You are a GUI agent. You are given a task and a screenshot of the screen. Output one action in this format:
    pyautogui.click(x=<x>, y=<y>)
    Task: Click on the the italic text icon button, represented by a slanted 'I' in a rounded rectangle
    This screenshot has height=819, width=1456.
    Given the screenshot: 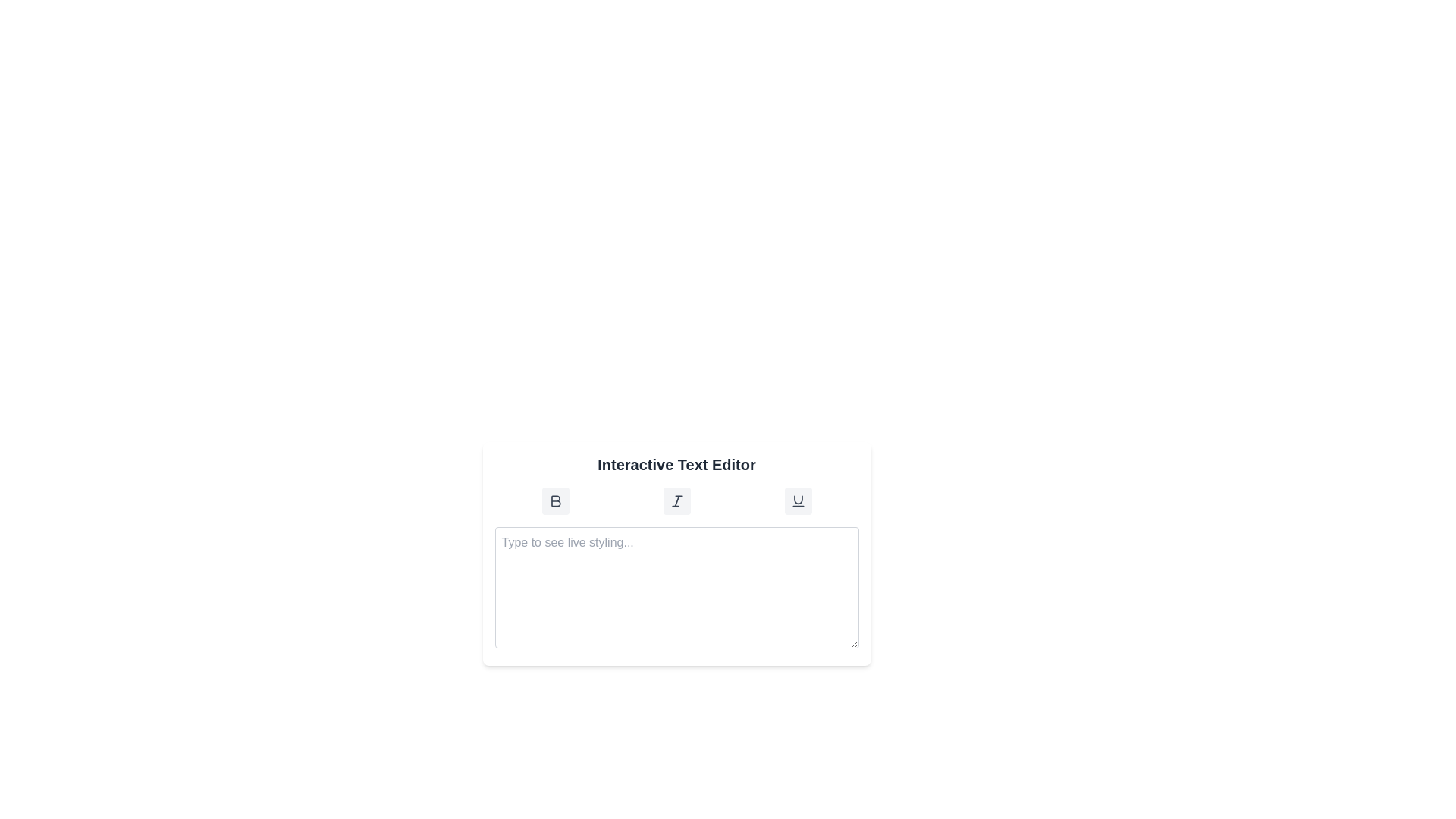 What is the action you would take?
    pyautogui.click(x=676, y=500)
    